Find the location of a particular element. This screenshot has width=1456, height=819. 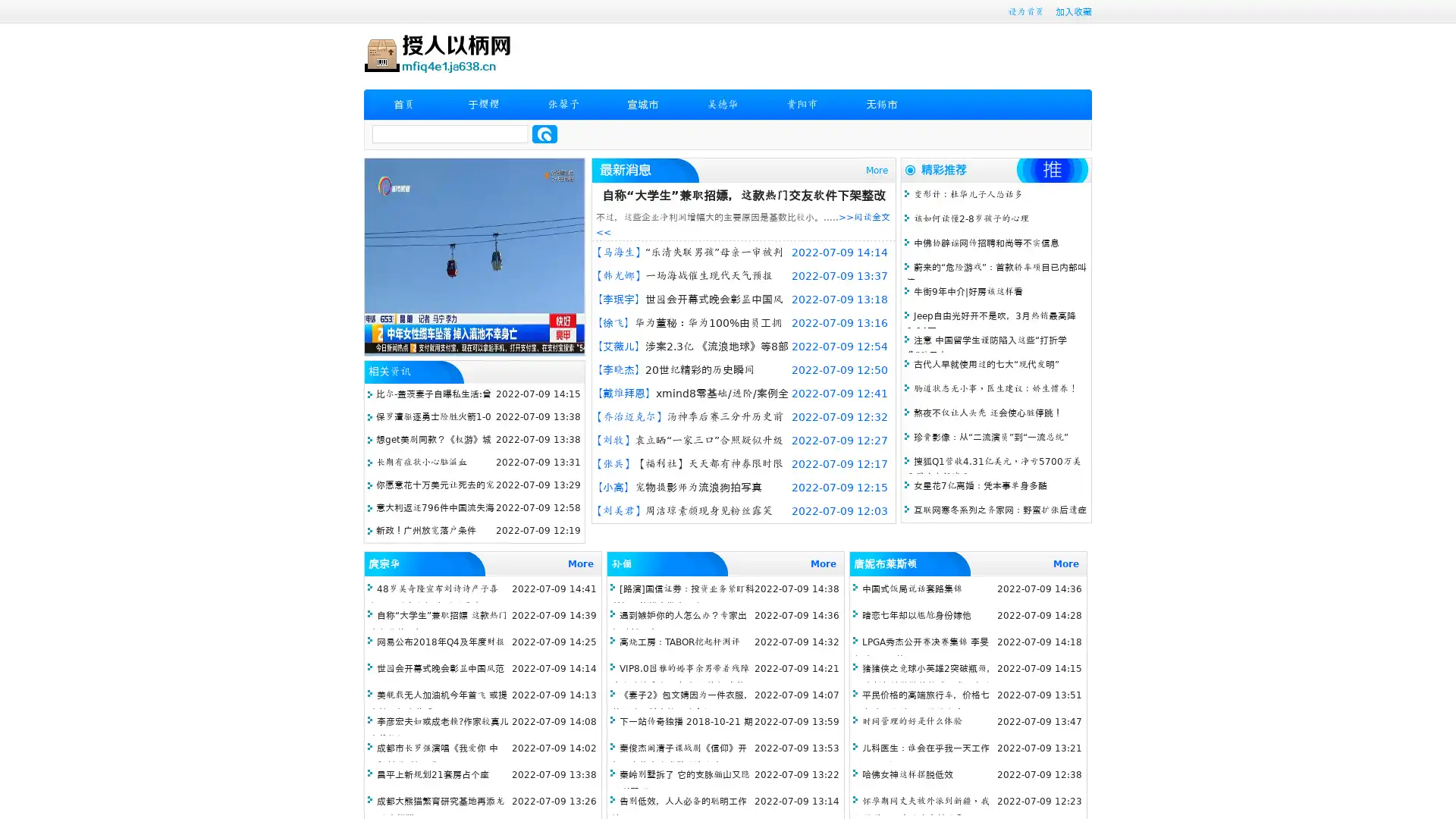

Search is located at coordinates (544, 133).